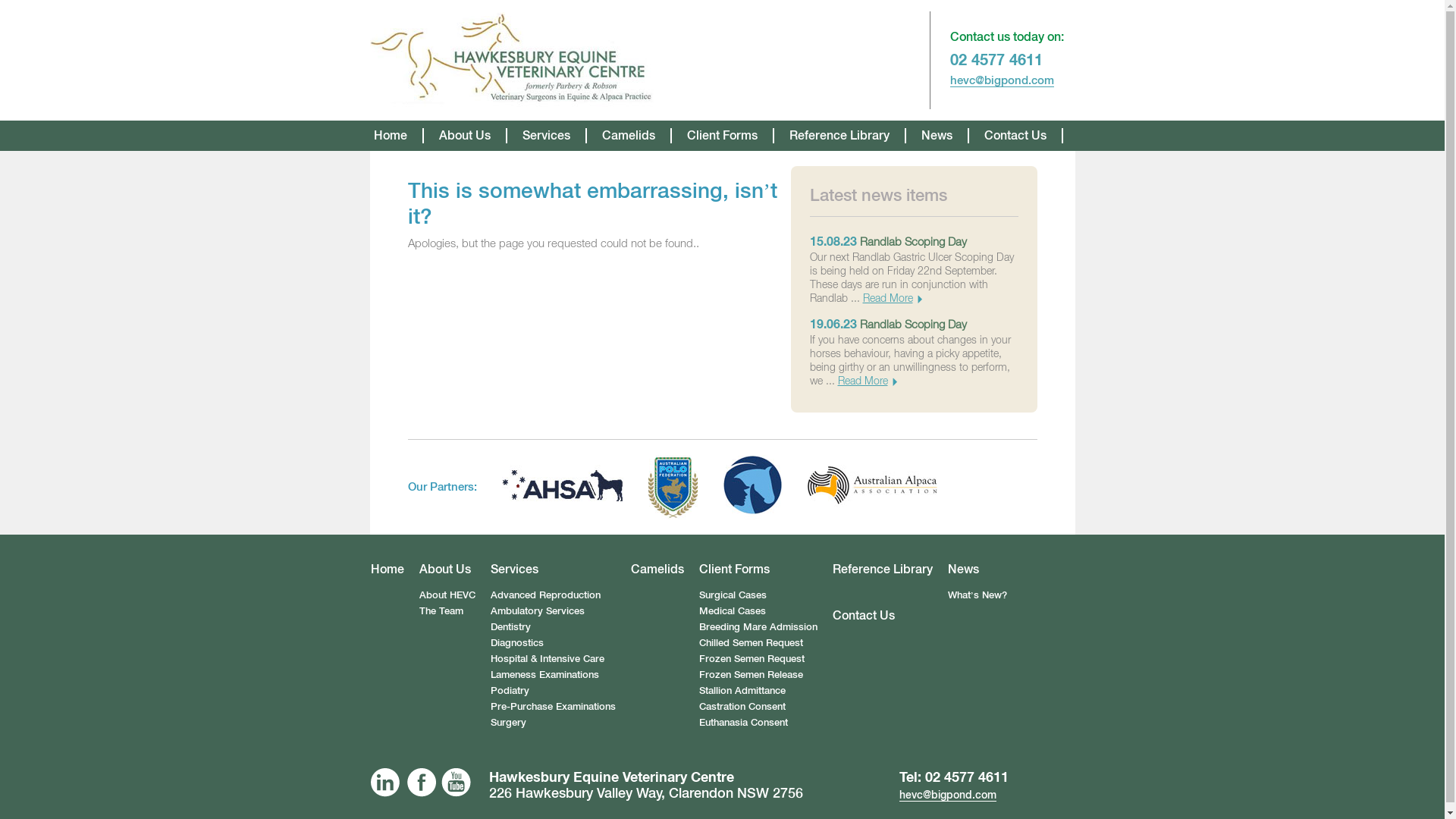 This screenshot has width=1456, height=819. What do you see at coordinates (750, 642) in the screenshot?
I see `'Chilled Semen Request'` at bounding box center [750, 642].